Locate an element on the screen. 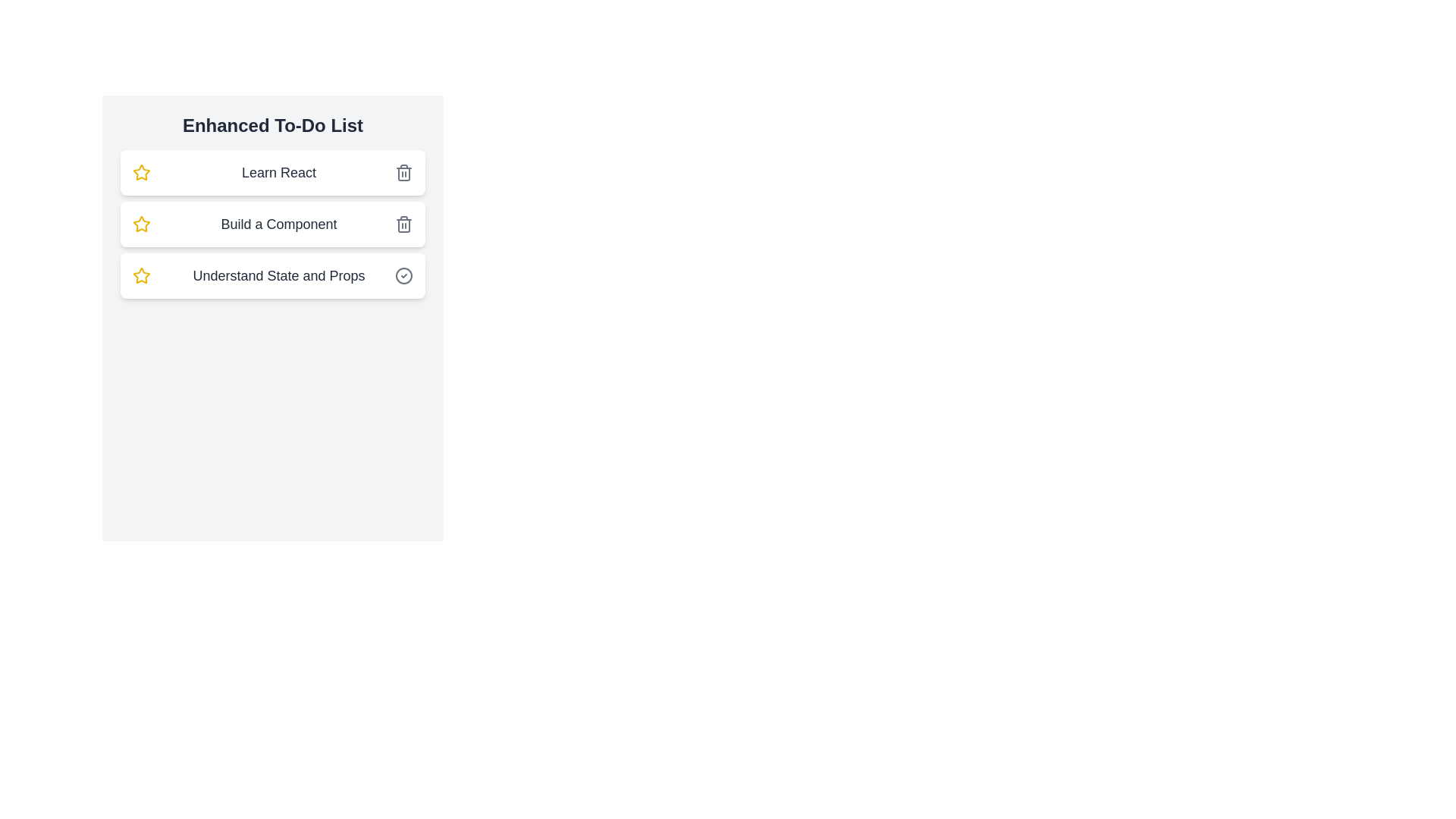 The width and height of the screenshot is (1456, 819). the second star icon with a yellow outline adjacent to the 'Build a Component' text is located at coordinates (142, 224).